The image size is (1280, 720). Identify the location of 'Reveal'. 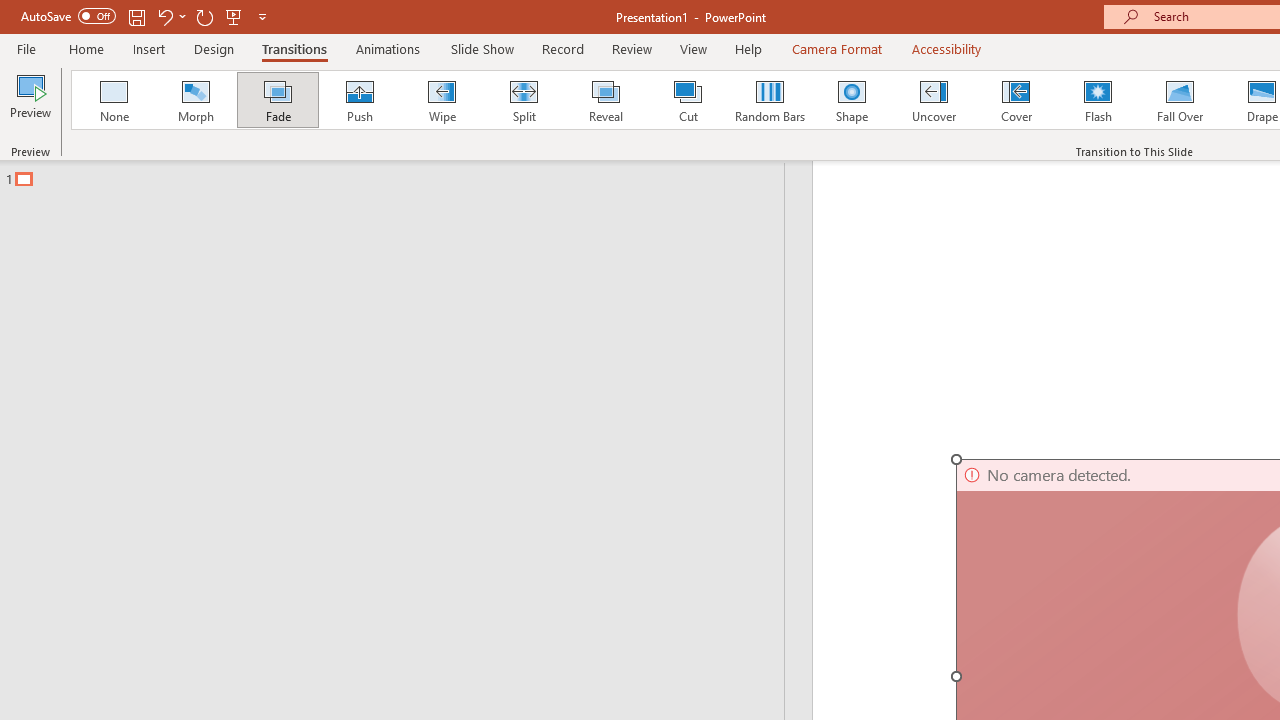
(604, 100).